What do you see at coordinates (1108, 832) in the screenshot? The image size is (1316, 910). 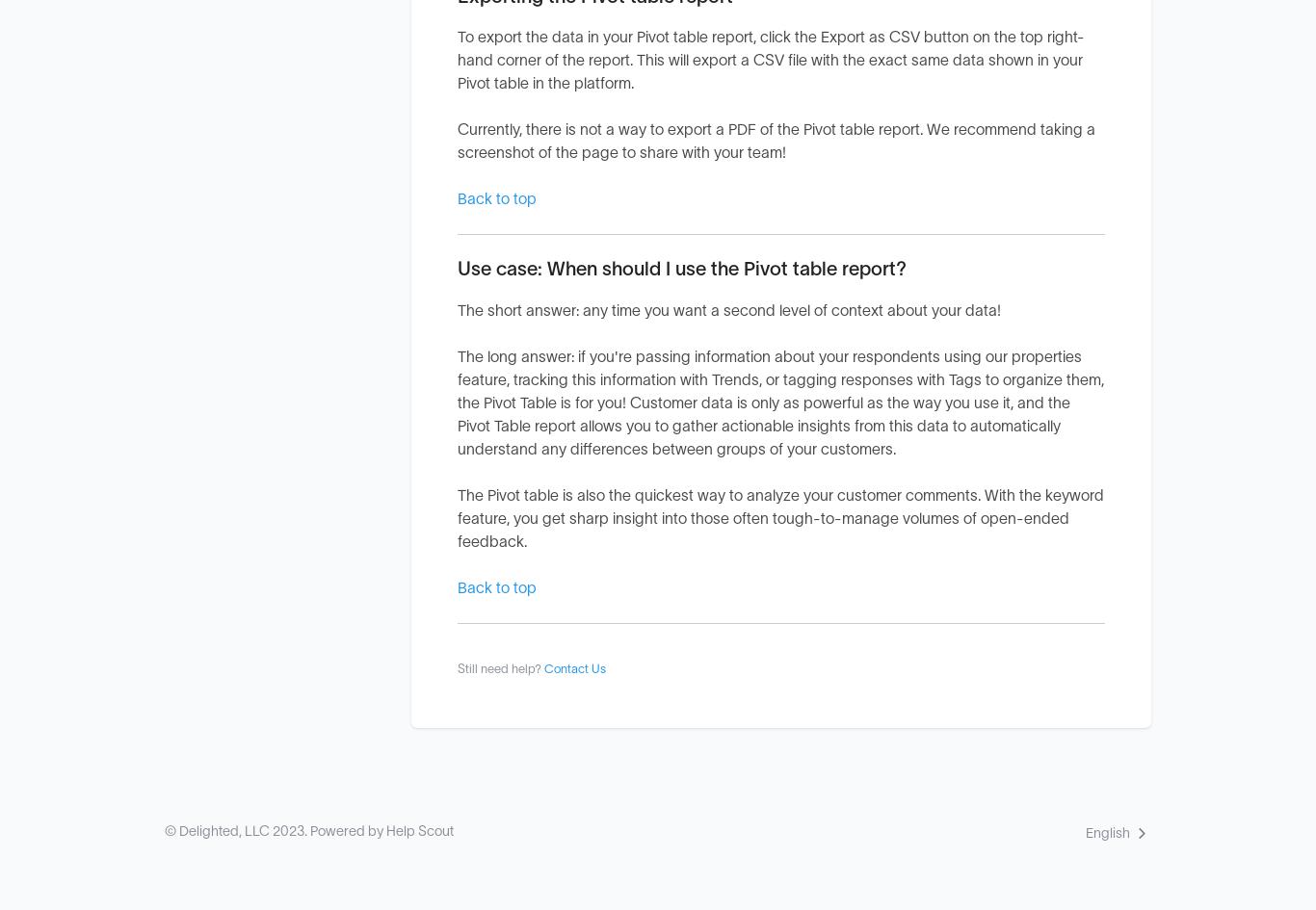 I see `'English'` at bounding box center [1108, 832].